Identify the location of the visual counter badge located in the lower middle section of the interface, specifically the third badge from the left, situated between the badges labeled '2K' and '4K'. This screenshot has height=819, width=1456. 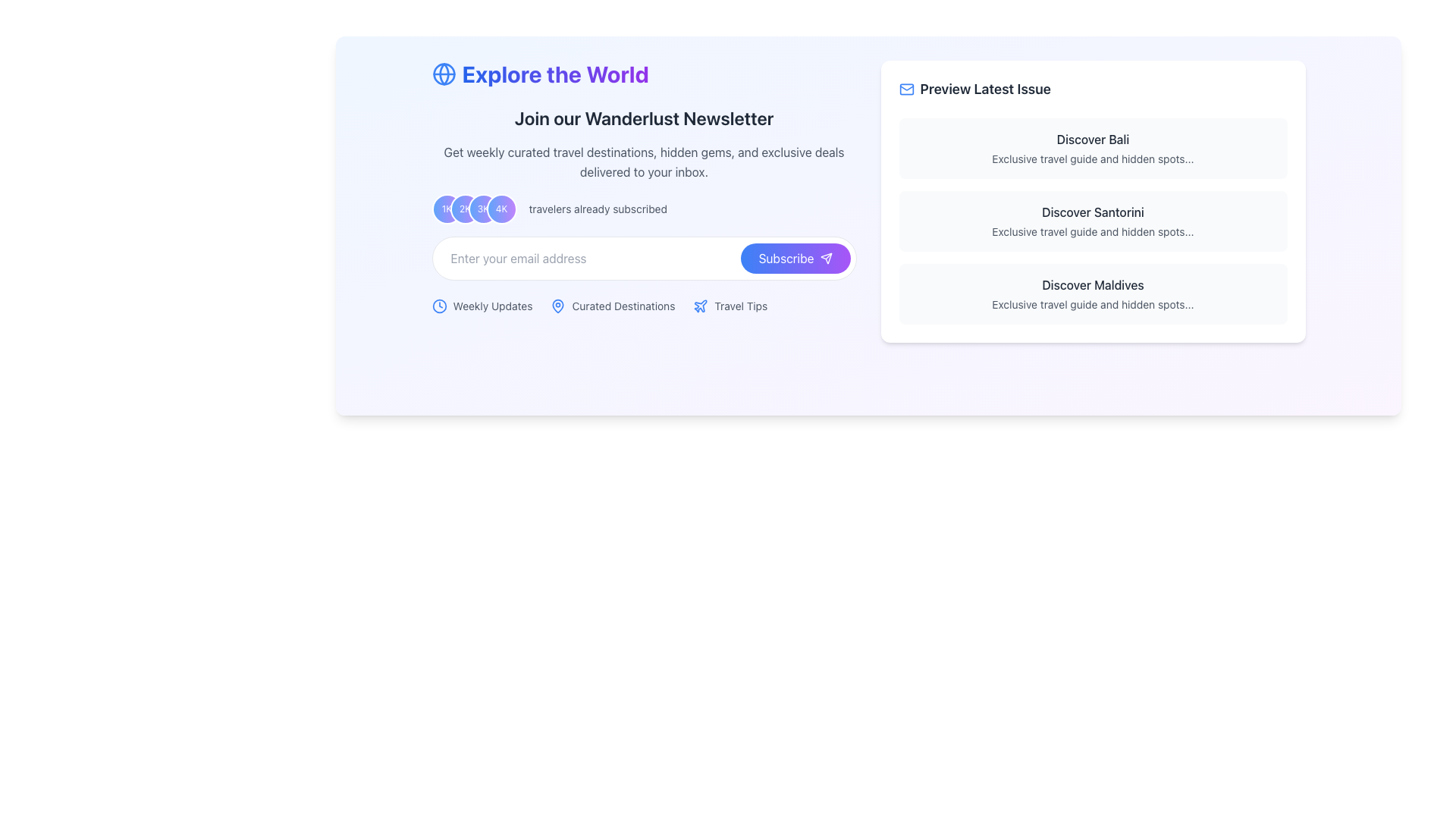
(482, 209).